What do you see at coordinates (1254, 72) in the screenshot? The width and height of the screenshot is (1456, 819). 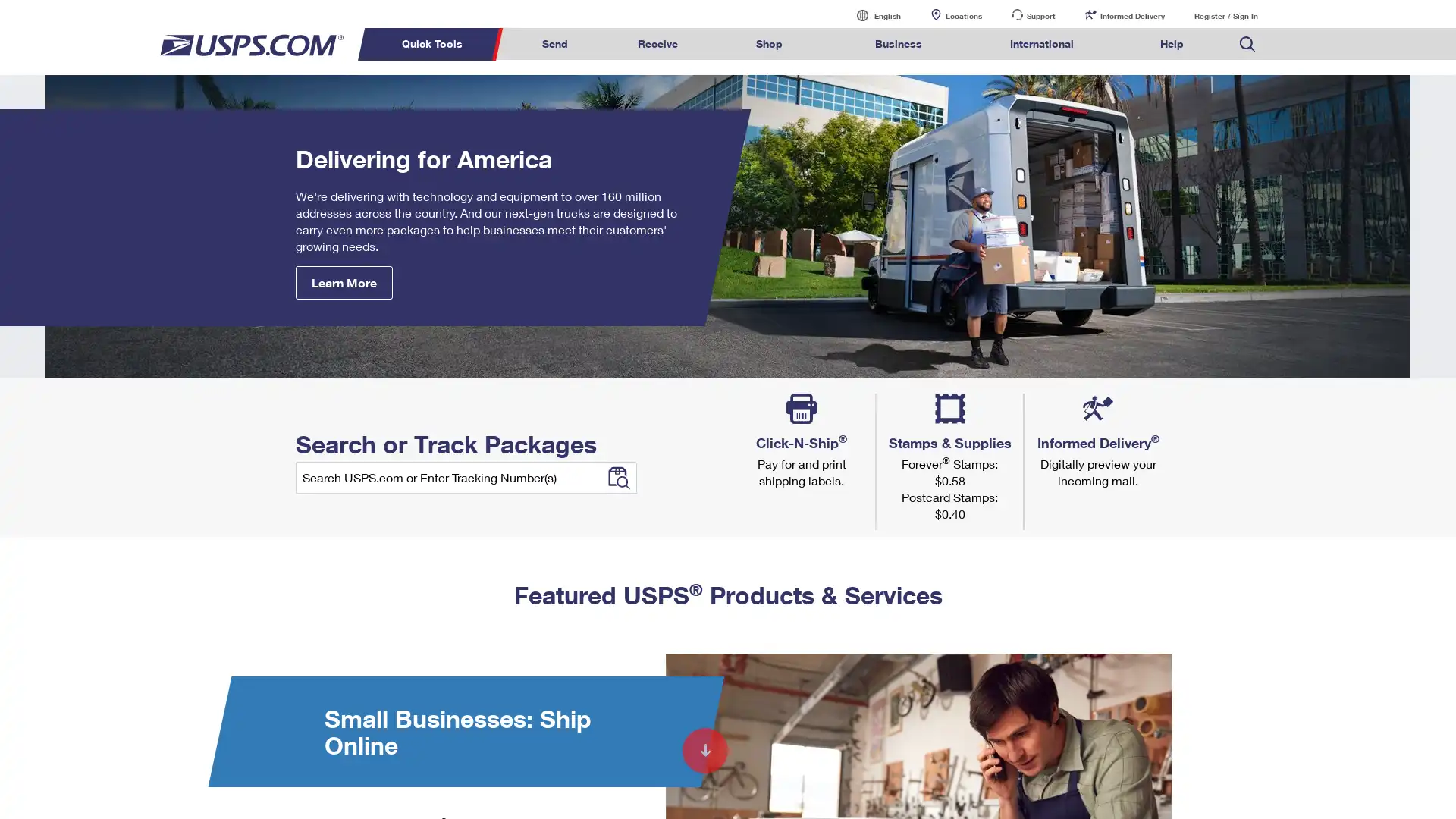 I see `Search` at bounding box center [1254, 72].